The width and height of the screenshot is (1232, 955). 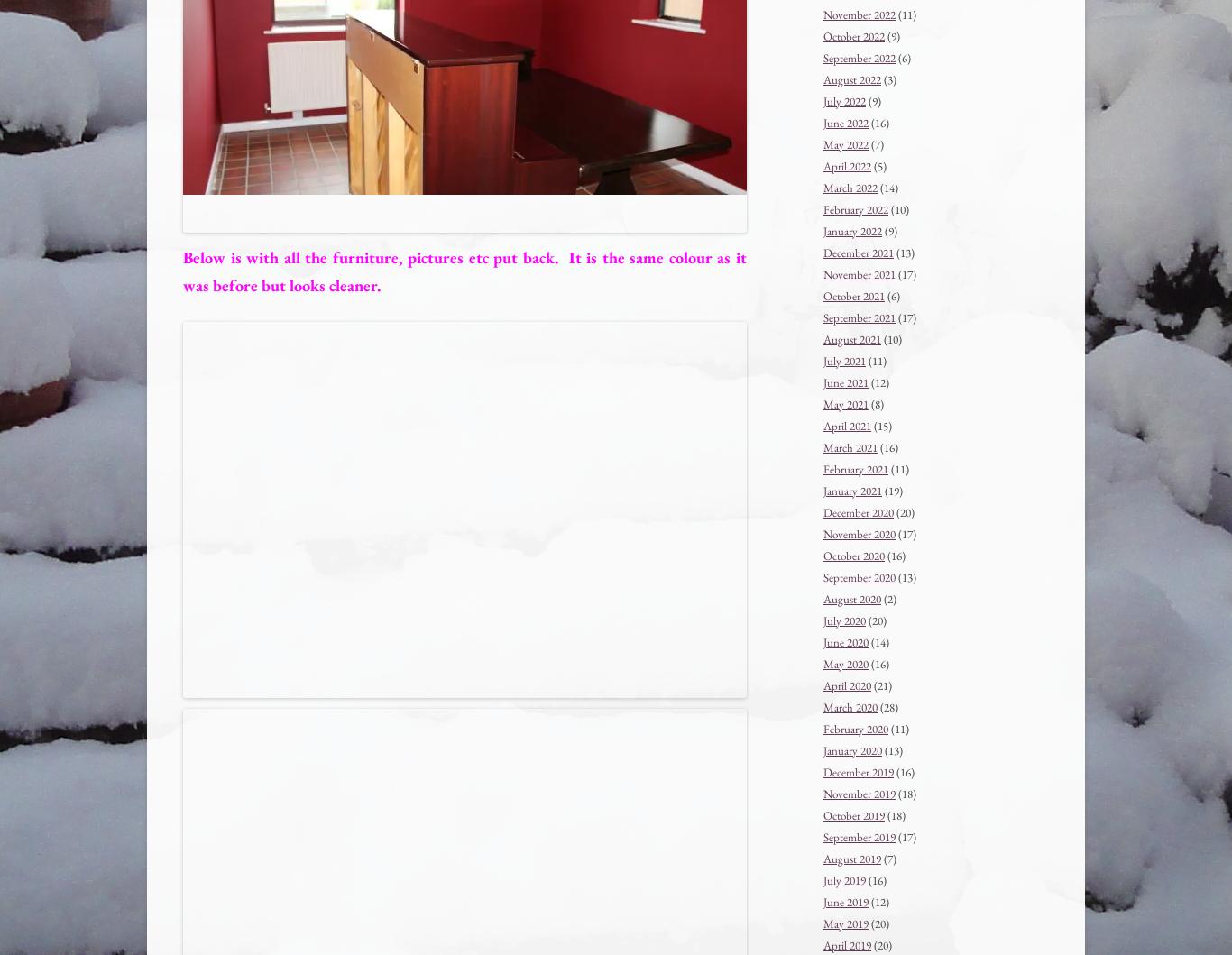 What do you see at coordinates (858, 771) in the screenshot?
I see `'December 2019'` at bounding box center [858, 771].